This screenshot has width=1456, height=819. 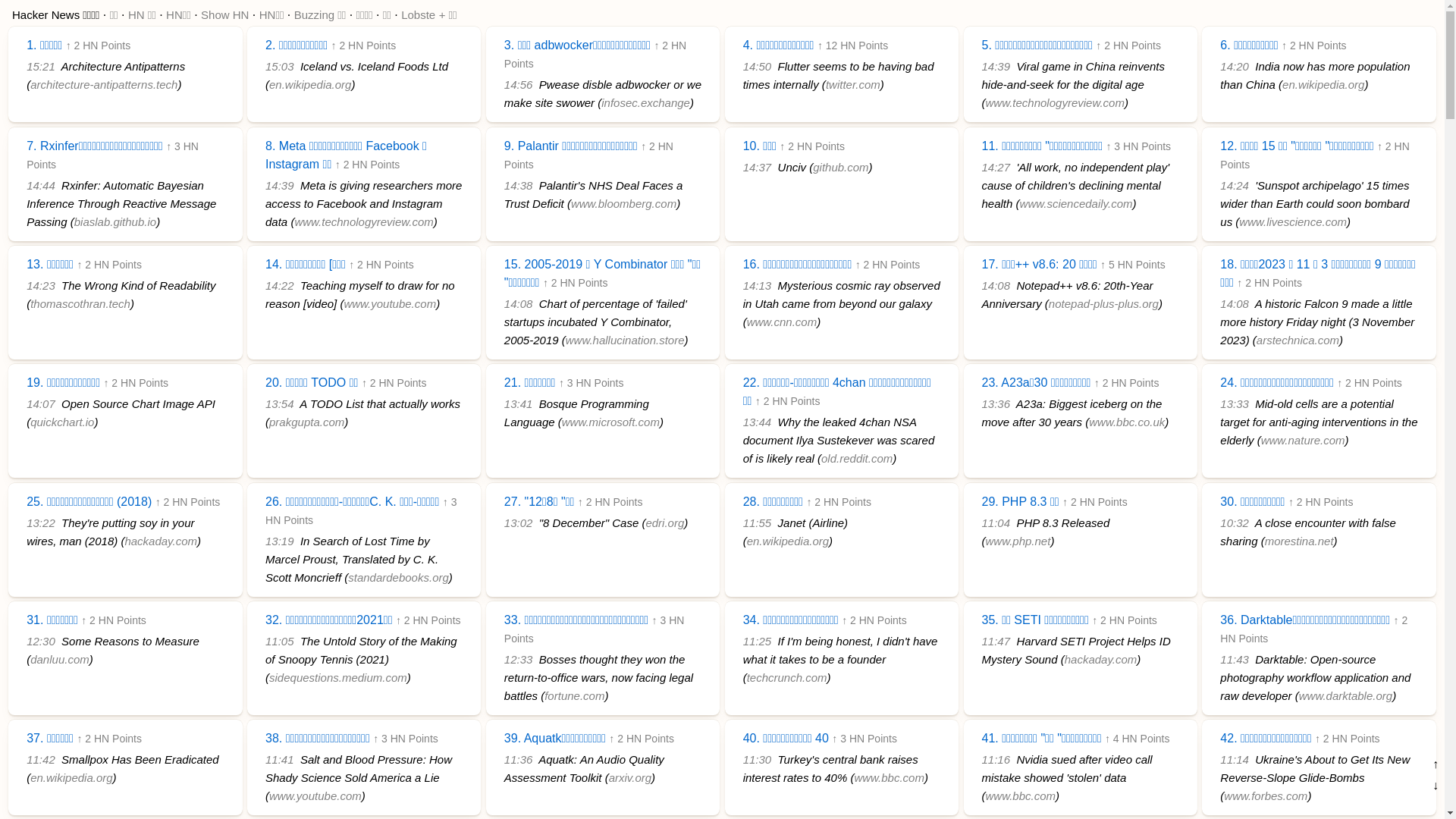 What do you see at coordinates (996, 403) in the screenshot?
I see `'13:36'` at bounding box center [996, 403].